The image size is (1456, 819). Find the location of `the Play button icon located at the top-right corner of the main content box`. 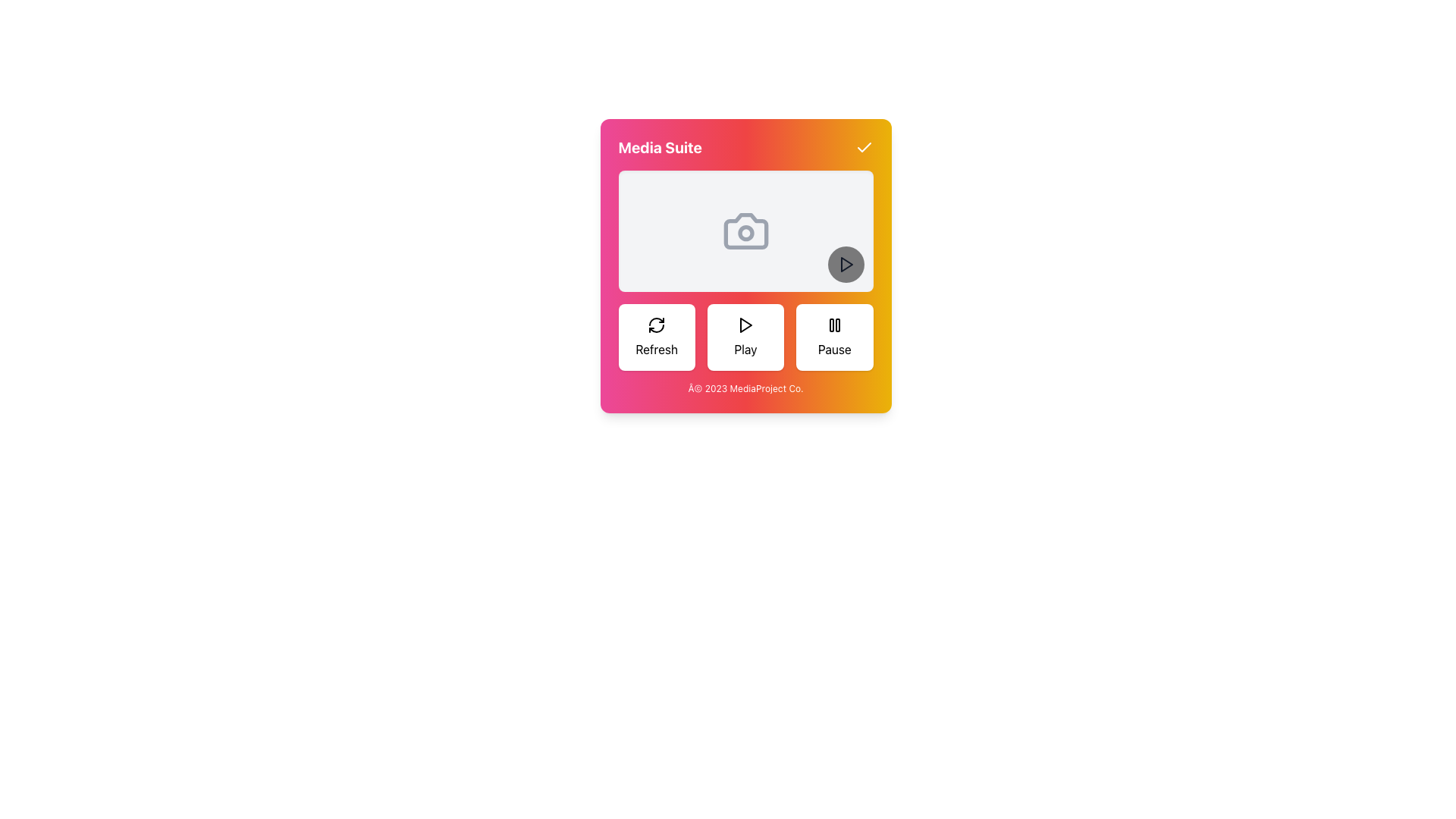

the Play button icon located at the top-right corner of the main content box is located at coordinates (846, 263).